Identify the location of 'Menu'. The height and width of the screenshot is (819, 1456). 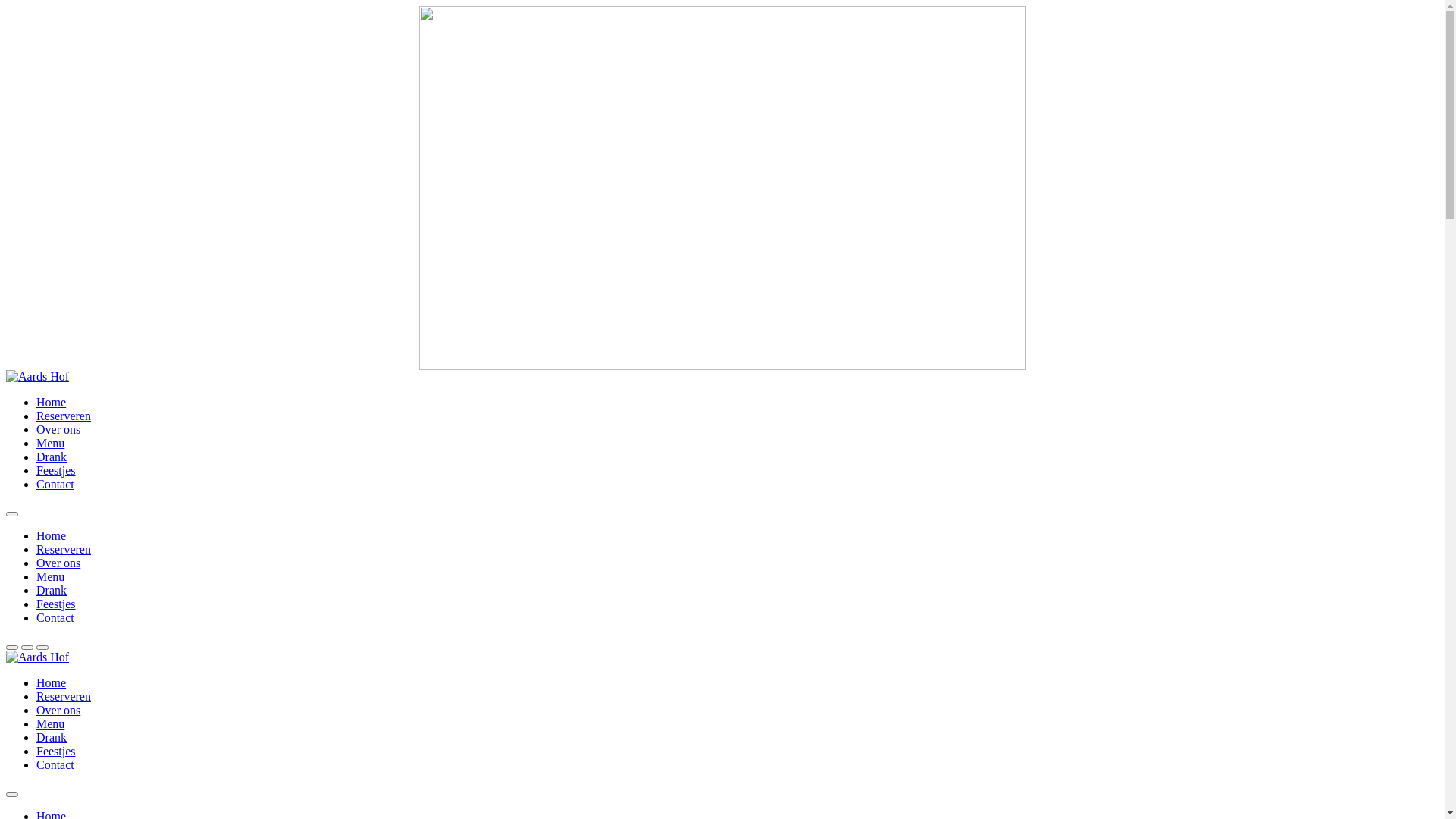
(36, 576).